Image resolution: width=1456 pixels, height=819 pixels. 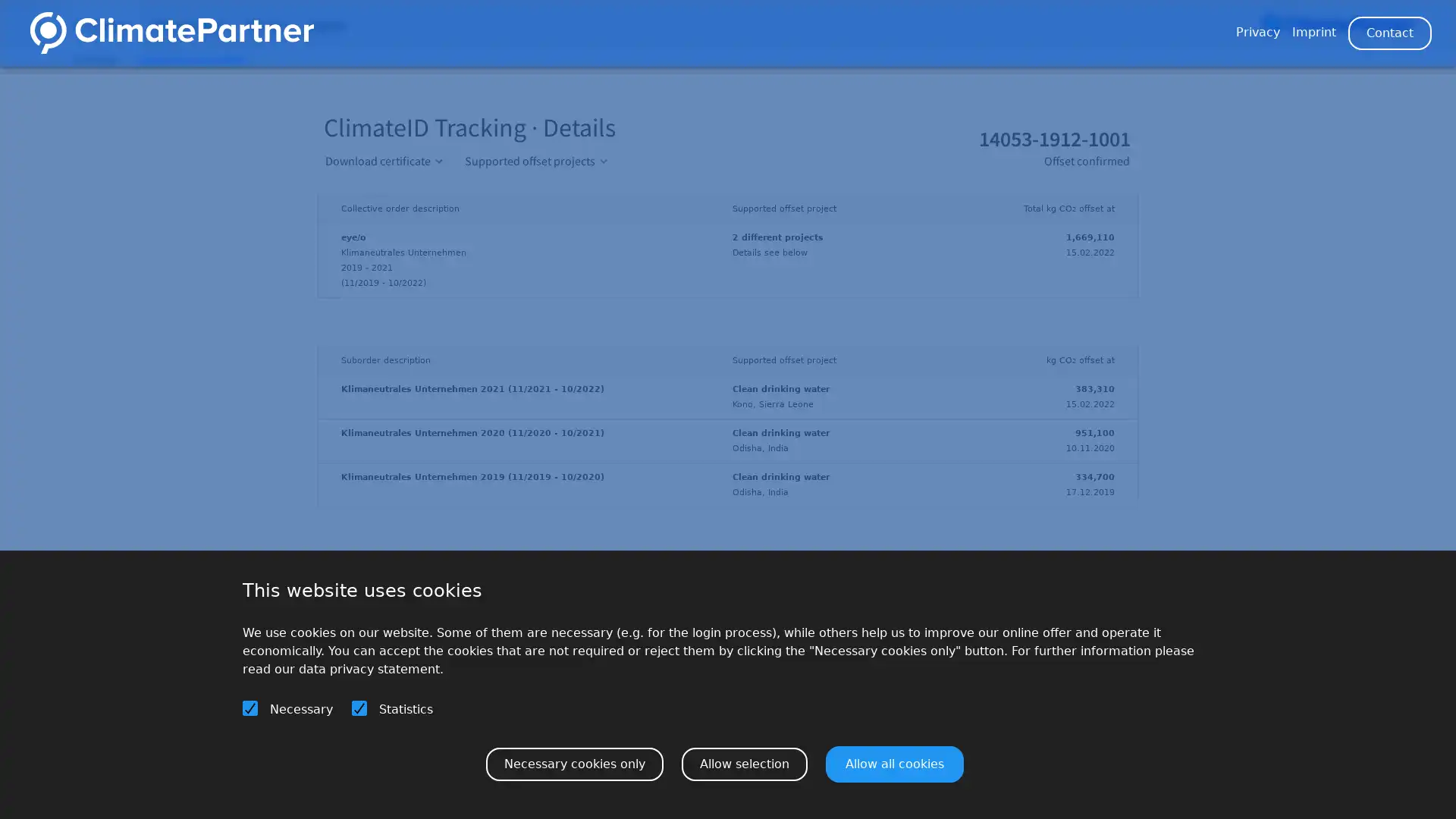 What do you see at coordinates (895, 763) in the screenshot?
I see `Allow all cookies` at bounding box center [895, 763].